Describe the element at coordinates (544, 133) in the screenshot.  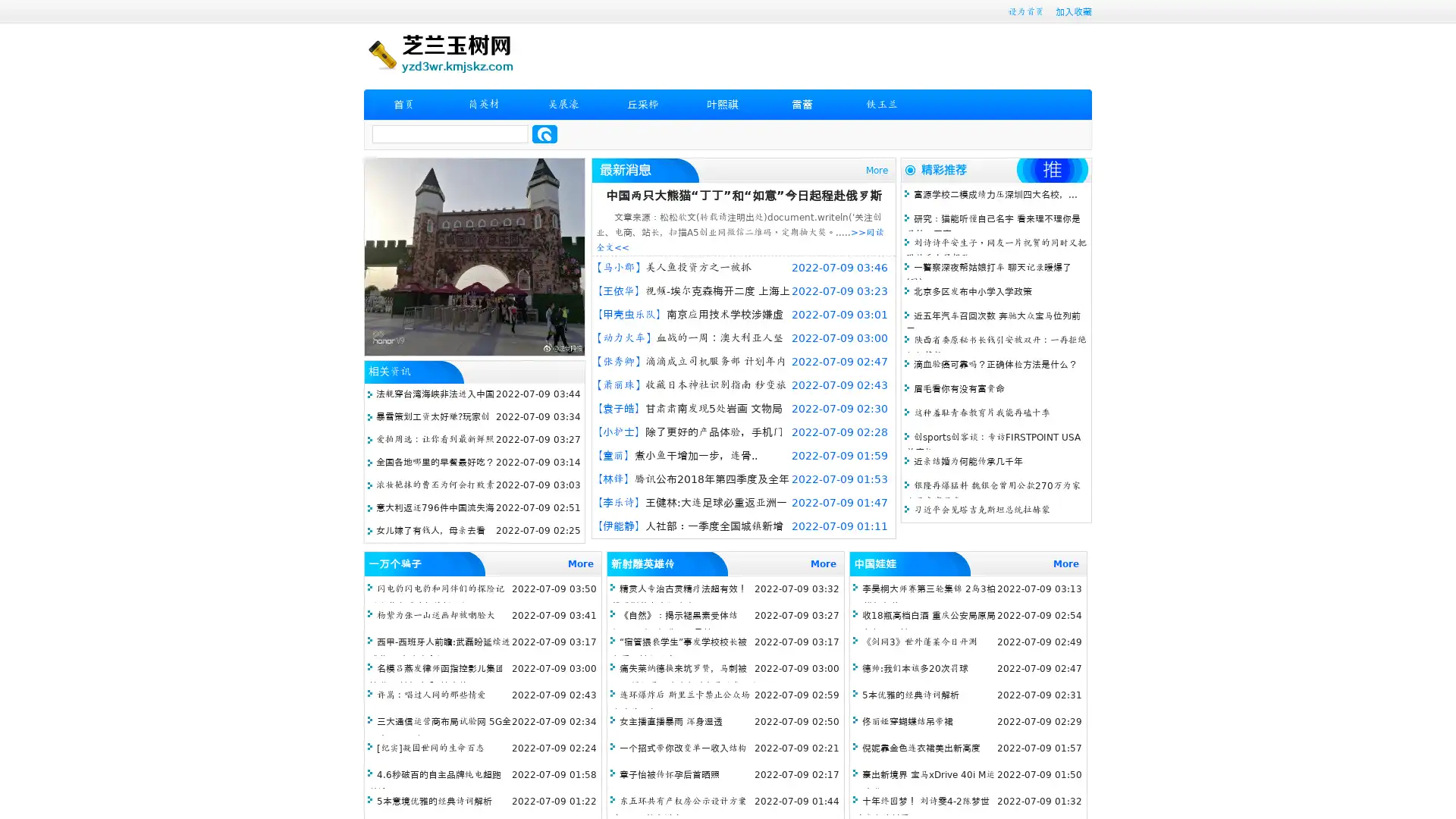
I see `Search` at that location.